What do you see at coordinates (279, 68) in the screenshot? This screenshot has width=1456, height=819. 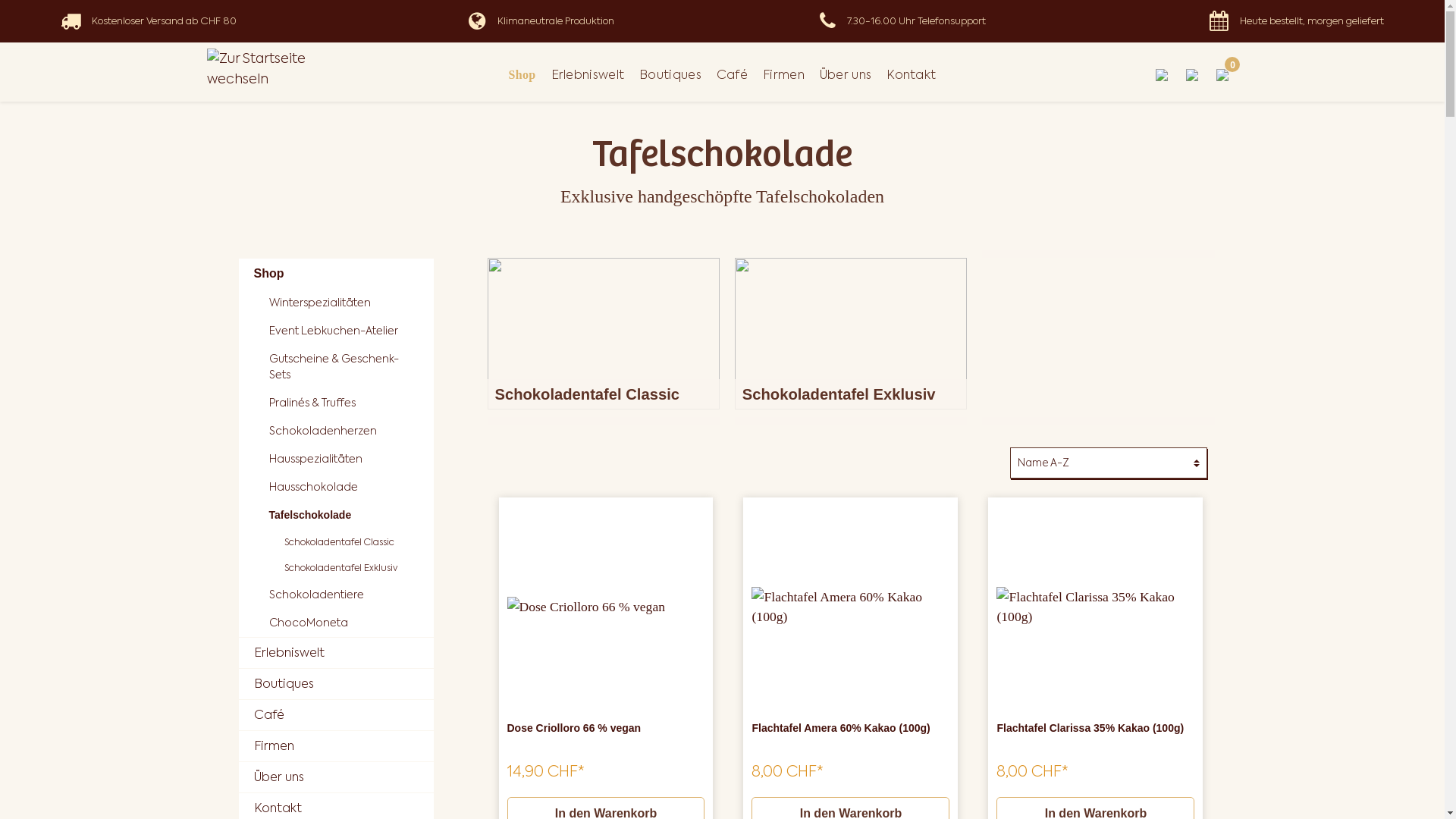 I see `'Zur Startseite wechseln'` at bounding box center [279, 68].